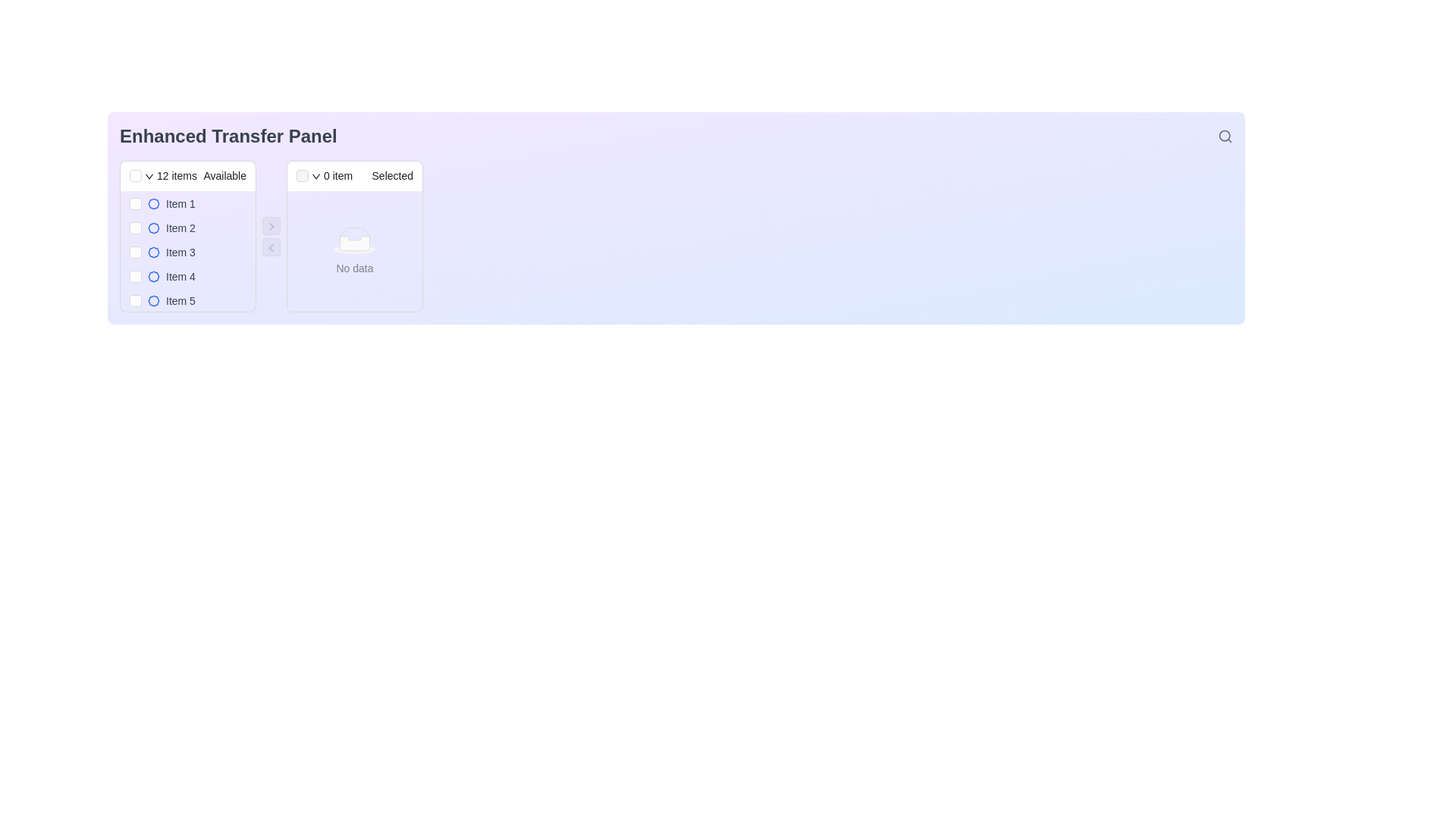 The width and height of the screenshot is (1456, 819). What do you see at coordinates (153, 203) in the screenshot?
I see `the visual styling of the blue outlined circular emblem icon located to the left of the text 'Item 1' in the first selectable list item` at bounding box center [153, 203].